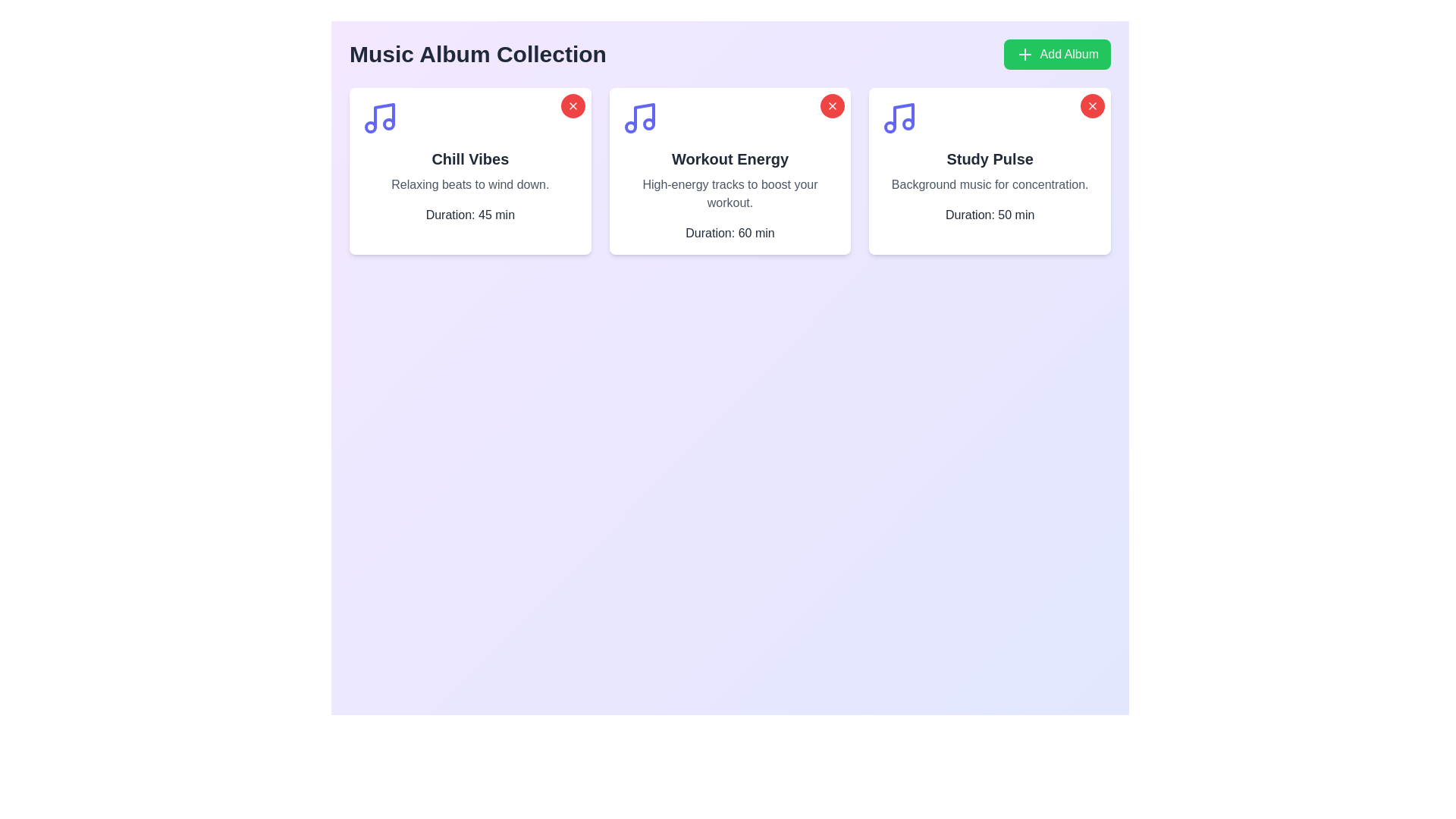  Describe the element at coordinates (1025, 54) in the screenshot. I see `the green 'Add Album' button containing the plus sign icon` at that location.